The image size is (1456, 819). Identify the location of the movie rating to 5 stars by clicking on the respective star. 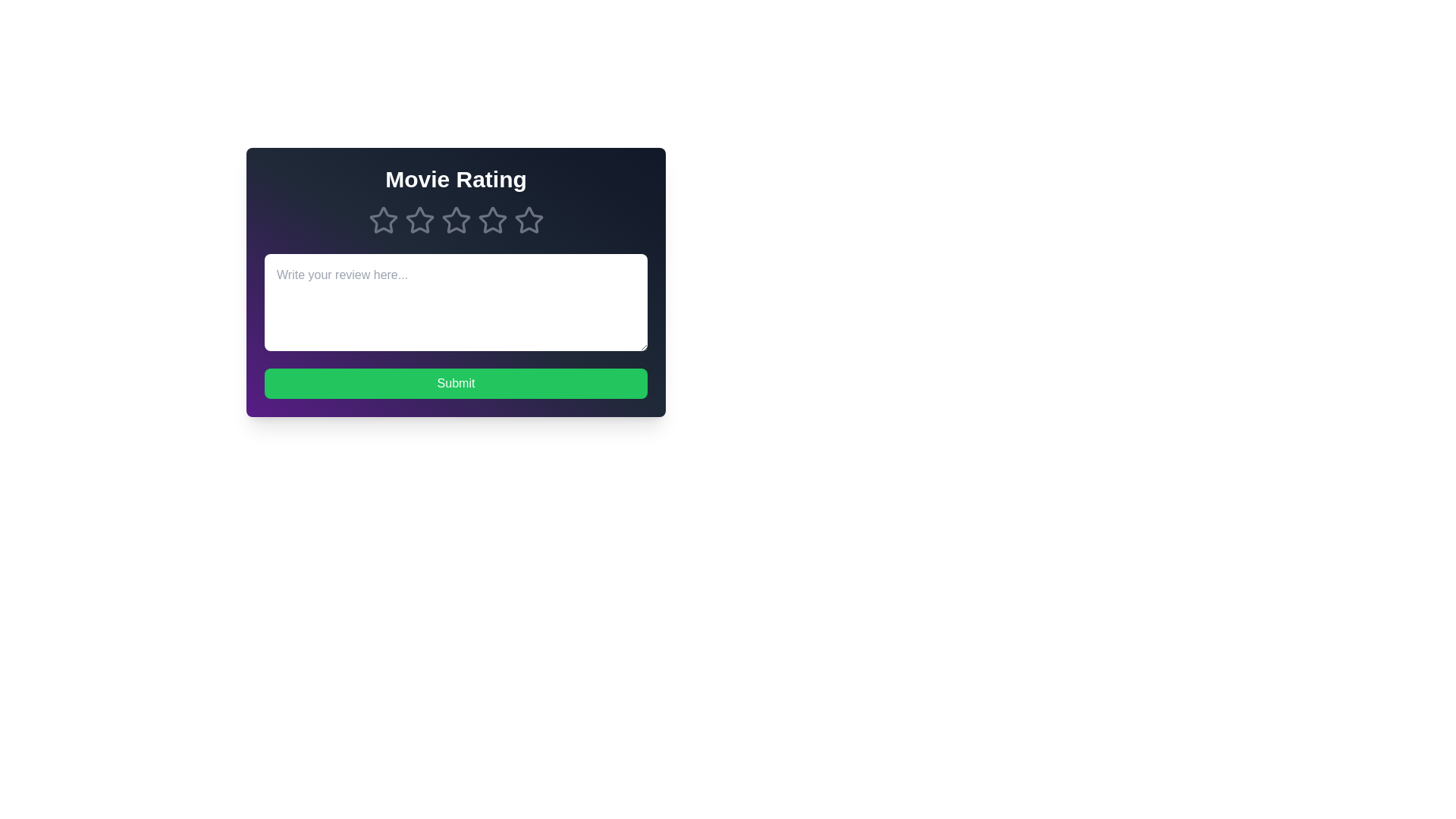
(529, 220).